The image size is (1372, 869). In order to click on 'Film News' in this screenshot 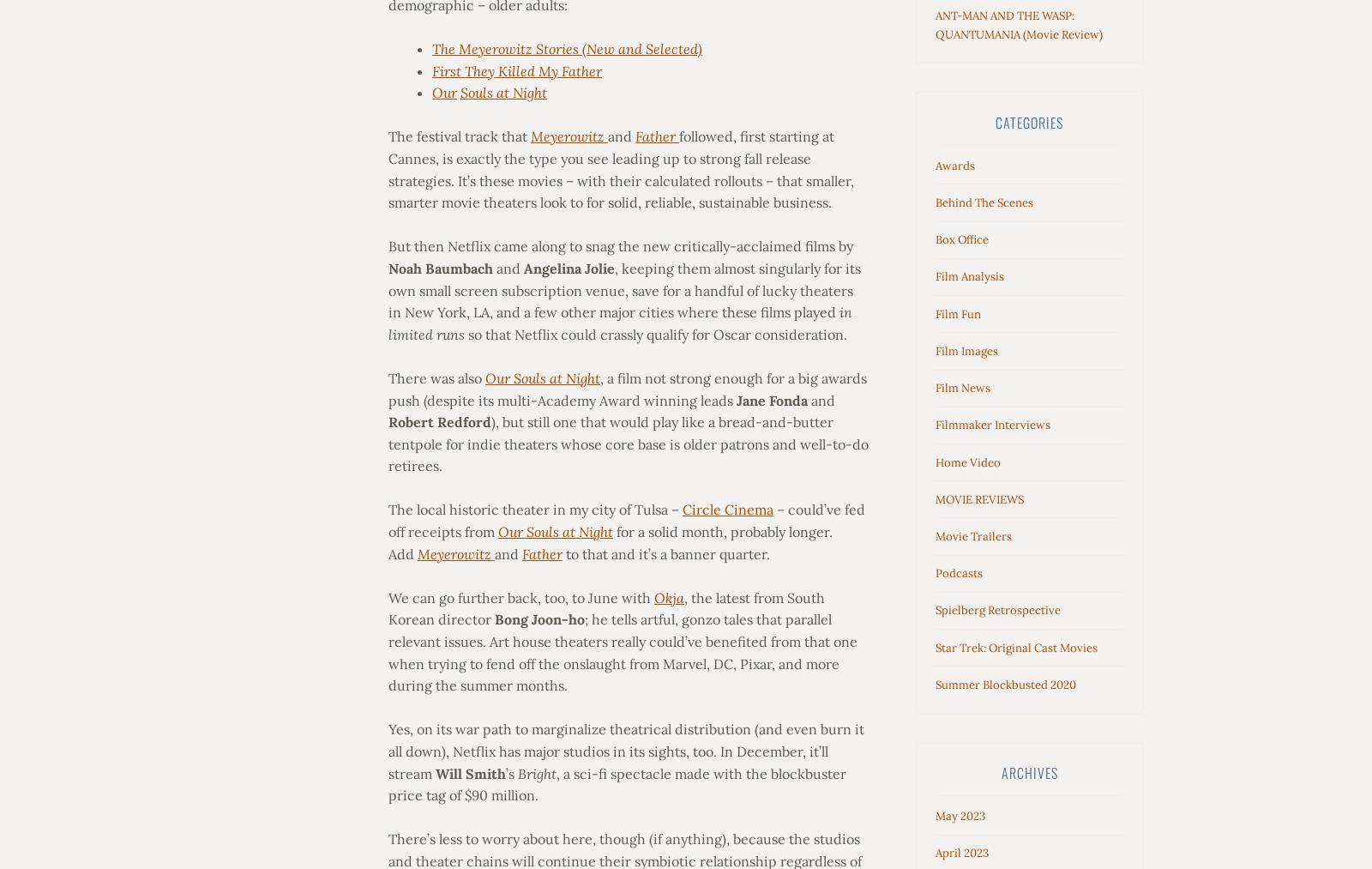, I will do `click(963, 387)`.